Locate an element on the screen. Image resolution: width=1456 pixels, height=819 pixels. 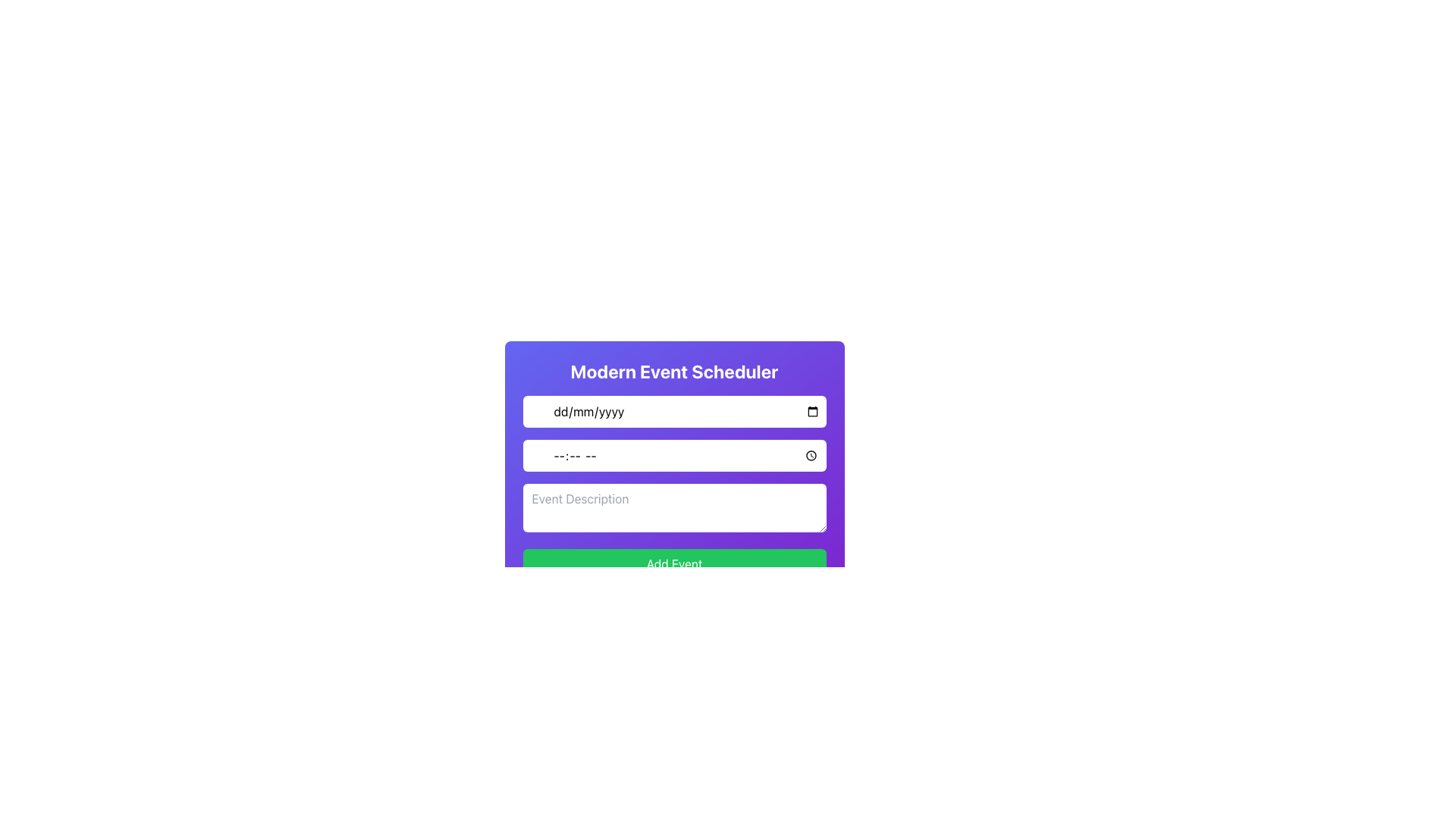
the Static Text Header located at the top center of the application interface, which serves as the title and identification of the application's purpose is located at coordinates (673, 371).